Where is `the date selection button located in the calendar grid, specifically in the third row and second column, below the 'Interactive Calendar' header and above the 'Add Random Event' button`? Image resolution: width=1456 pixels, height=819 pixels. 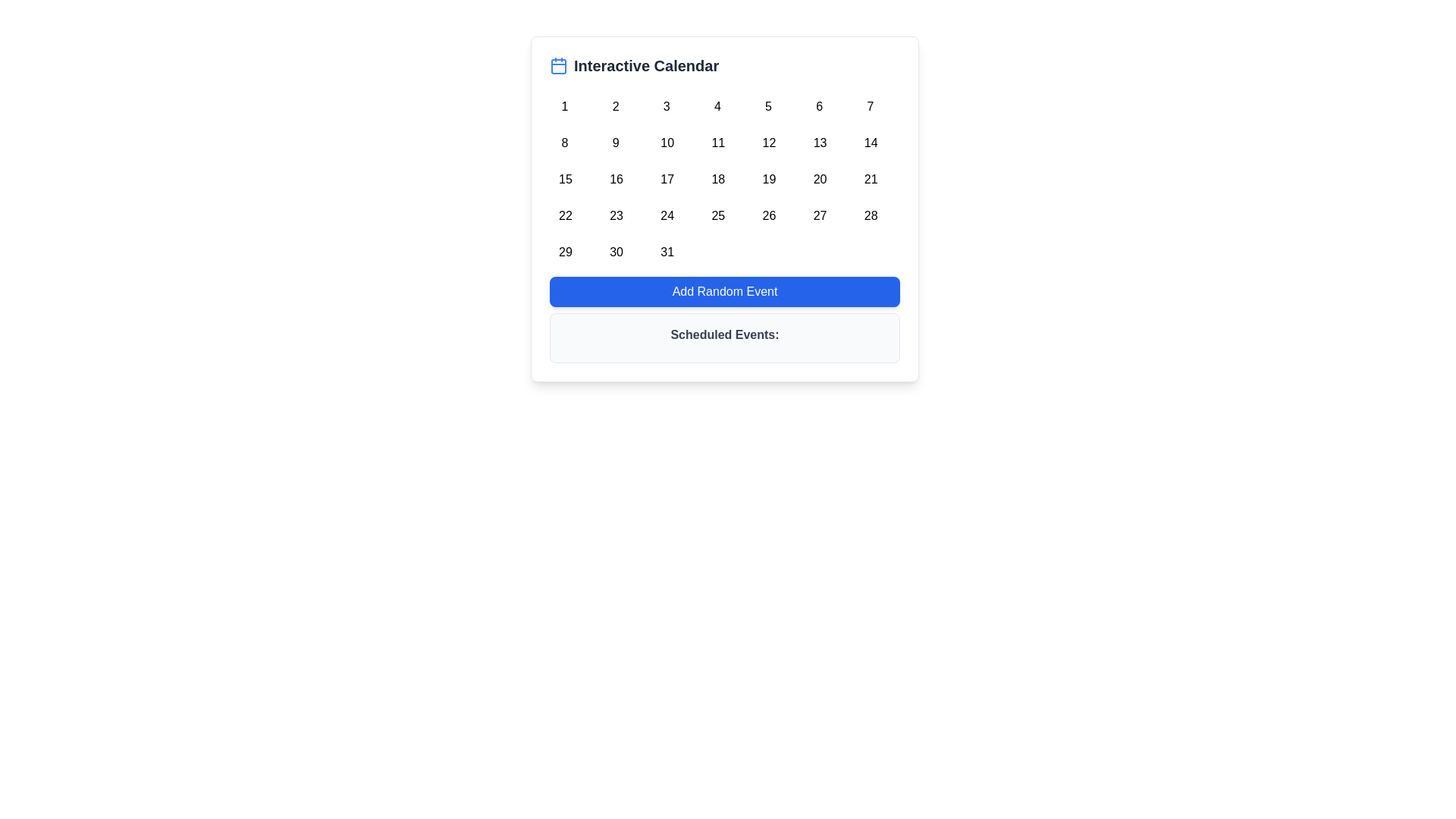 the date selection button located in the calendar grid, specifically in the third row and second column, below the 'Interactive Calendar' header and above the 'Add Random Event' button is located at coordinates (616, 175).